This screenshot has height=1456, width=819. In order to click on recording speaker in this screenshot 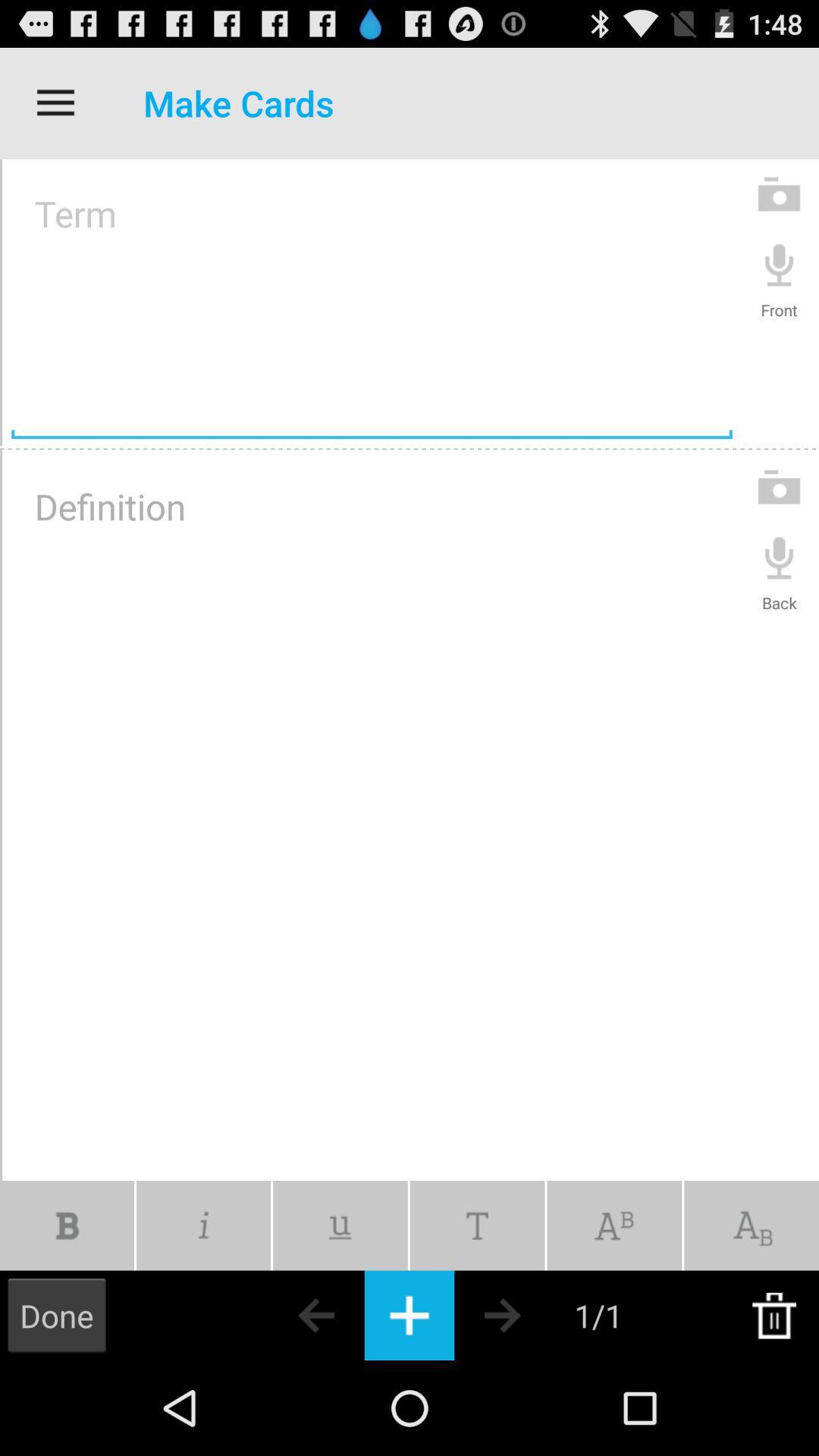, I will do `click(779, 556)`.